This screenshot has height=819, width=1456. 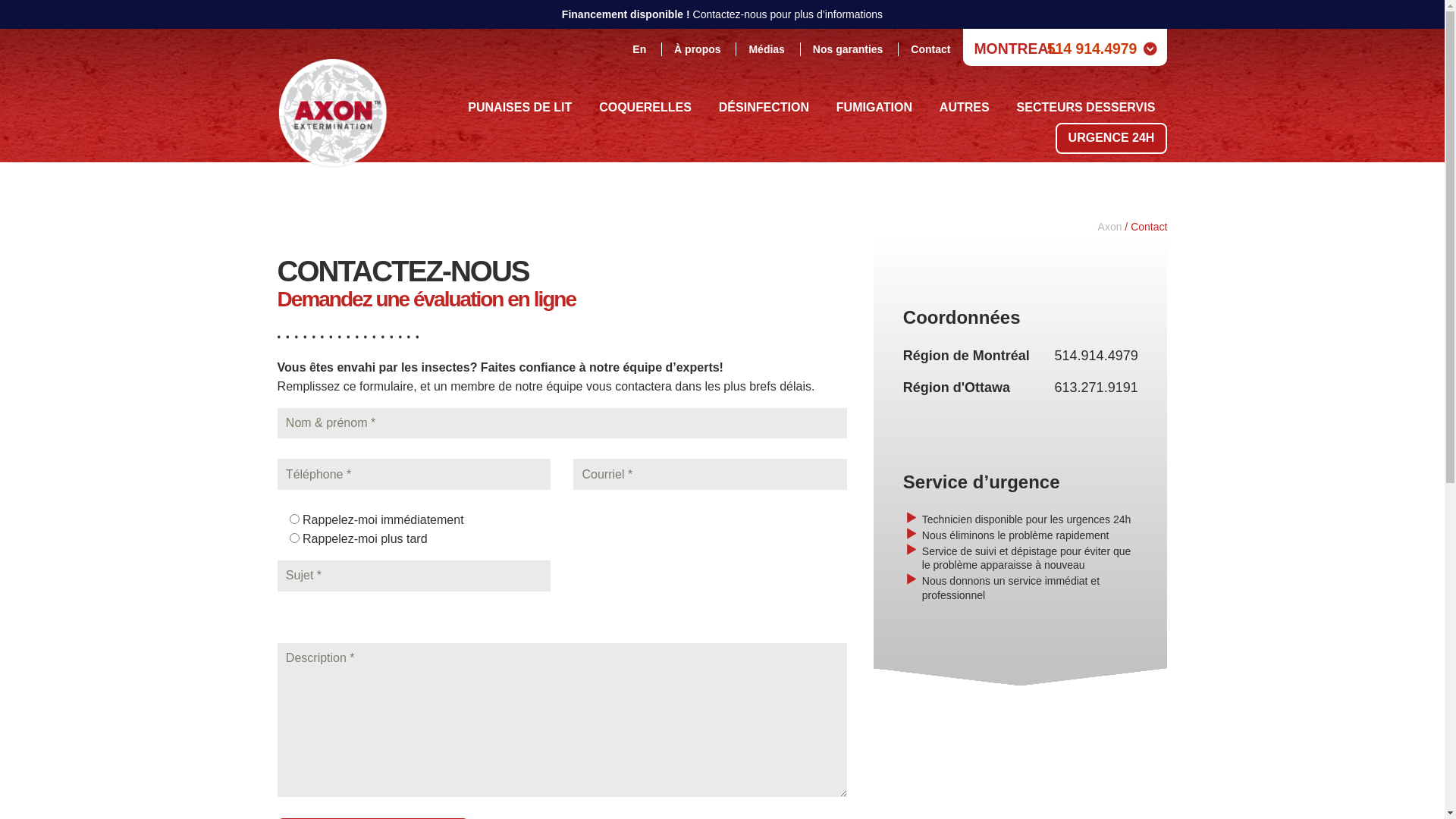 What do you see at coordinates (964, 107) in the screenshot?
I see `'AUTRES'` at bounding box center [964, 107].